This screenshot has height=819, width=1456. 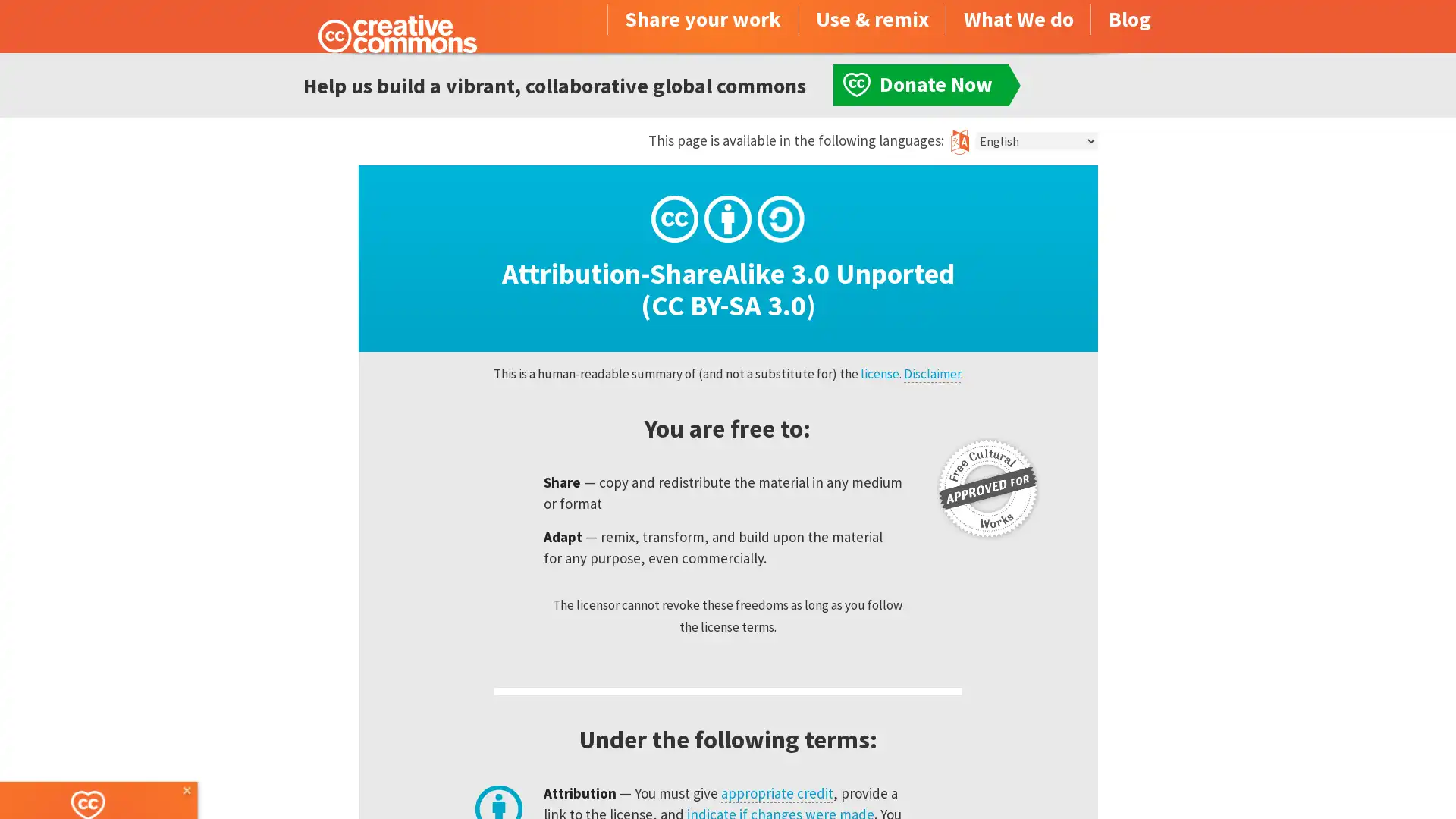 I want to click on Donate Now, so click(x=108, y=778).